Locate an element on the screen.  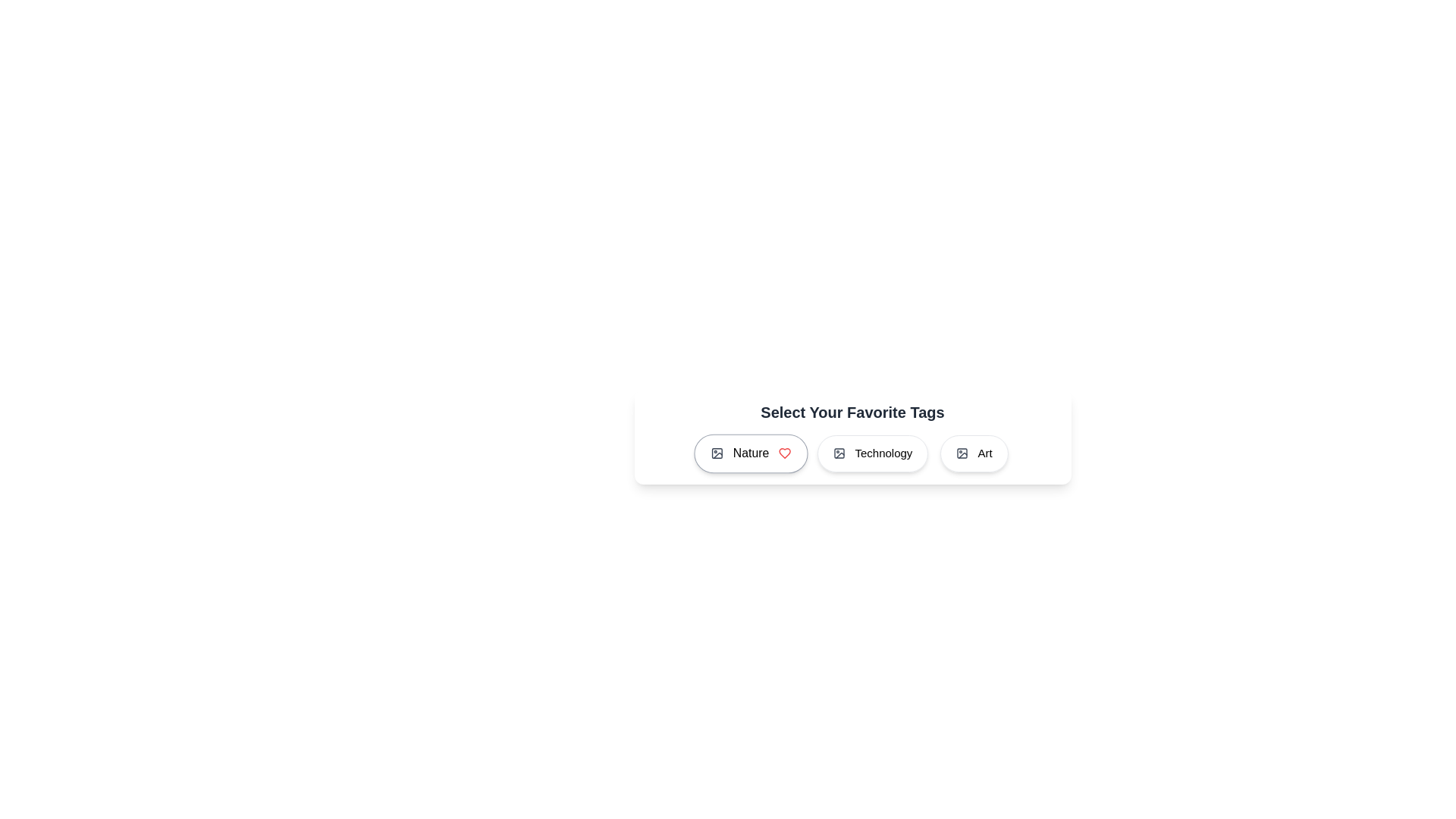
the tag Technology is located at coordinates (873, 453).